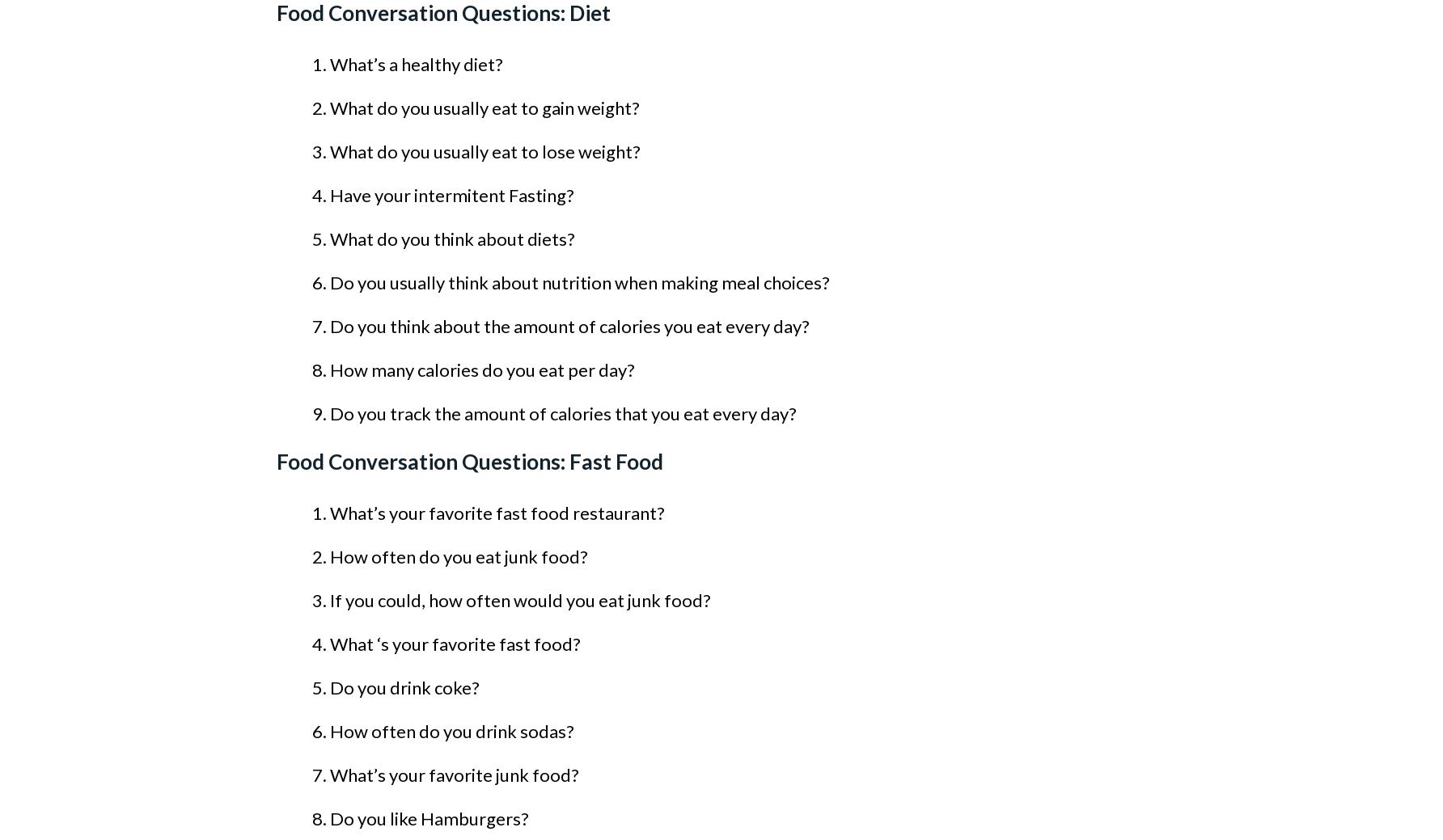 This screenshot has width=1443, height=840. What do you see at coordinates (329, 412) in the screenshot?
I see `'Do you track the amount of calories that you eat every day?'` at bounding box center [329, 412].